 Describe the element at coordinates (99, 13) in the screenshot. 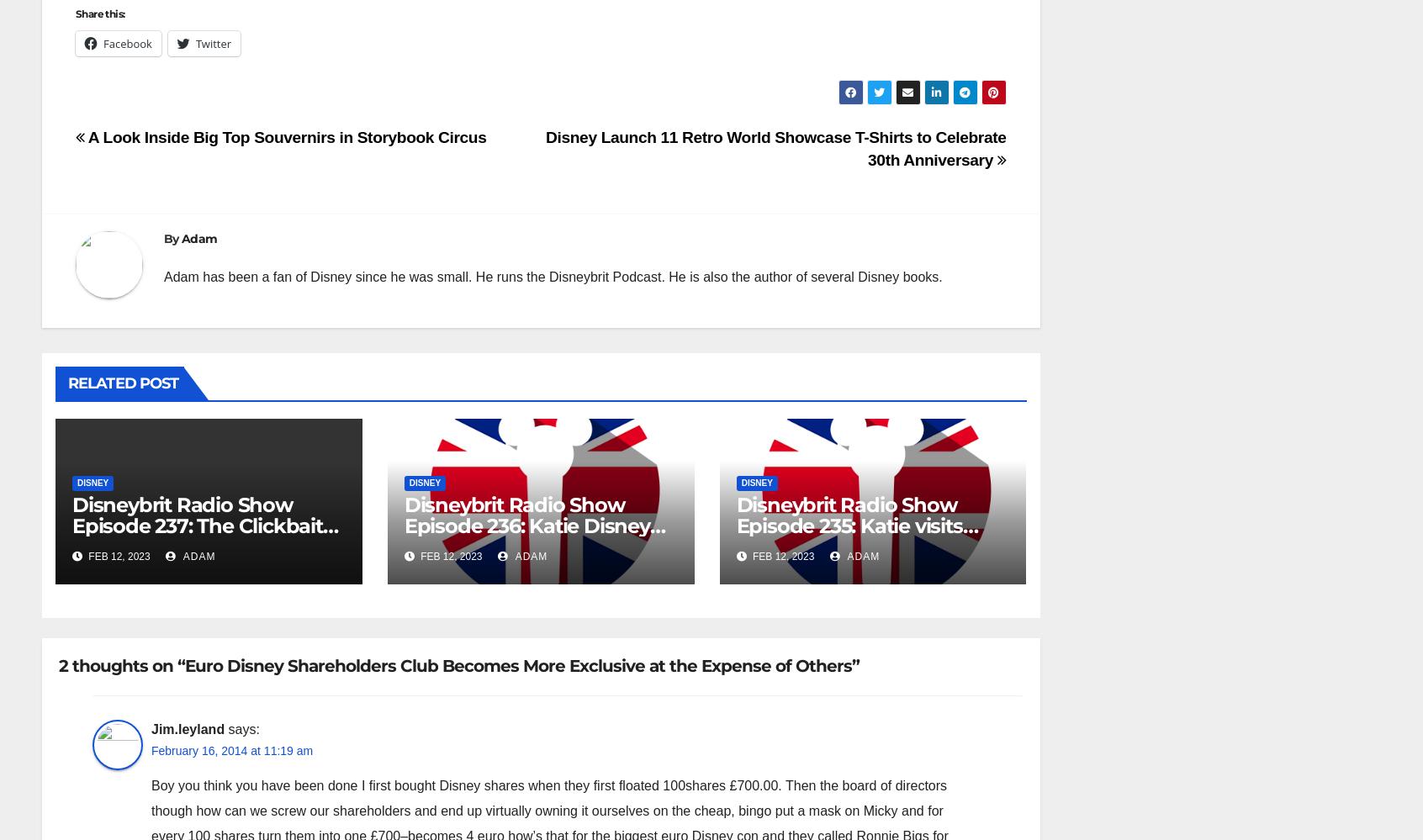

I see `'Share this:'` at that location.